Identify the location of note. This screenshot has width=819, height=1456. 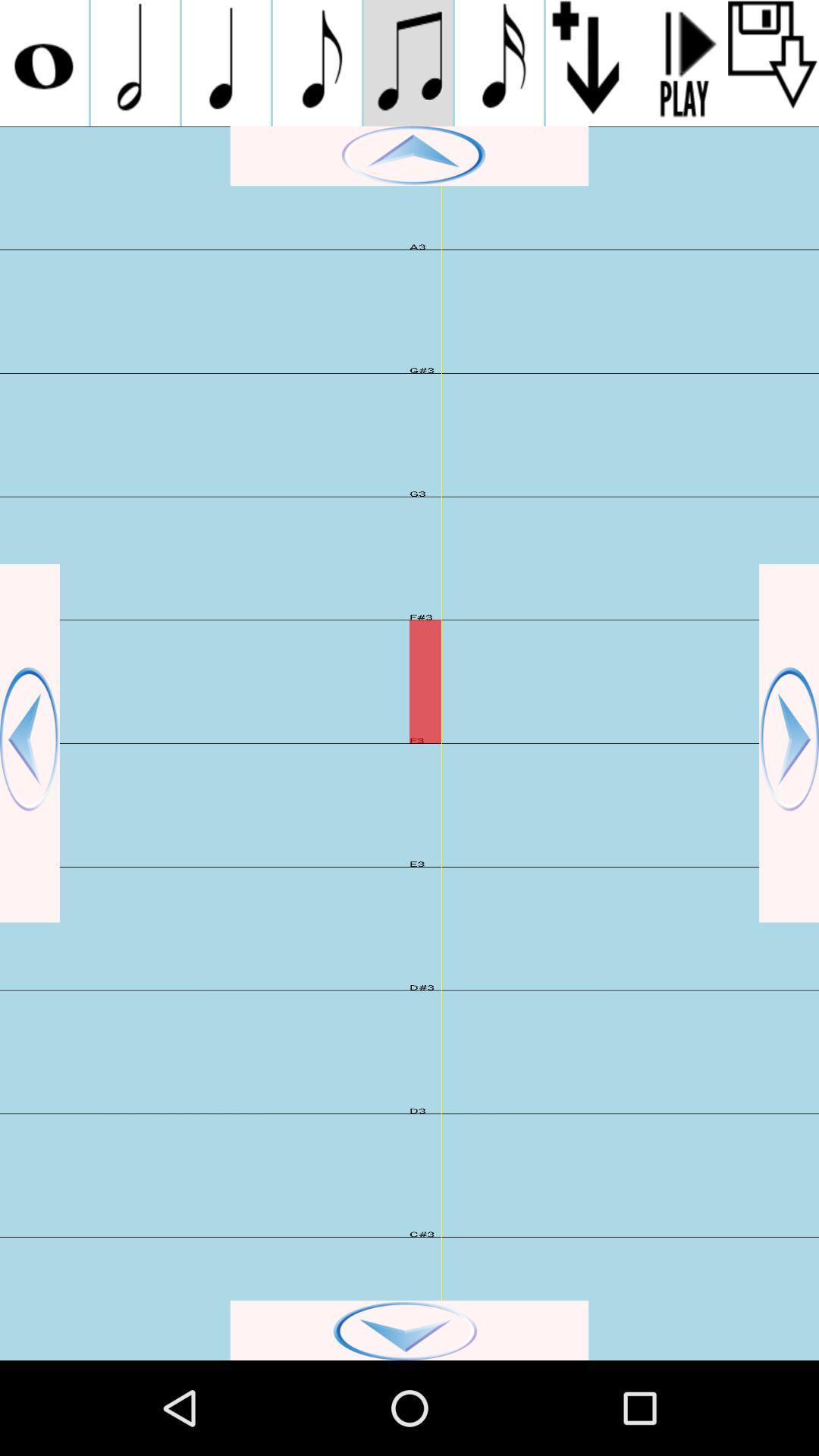
(407, 62).